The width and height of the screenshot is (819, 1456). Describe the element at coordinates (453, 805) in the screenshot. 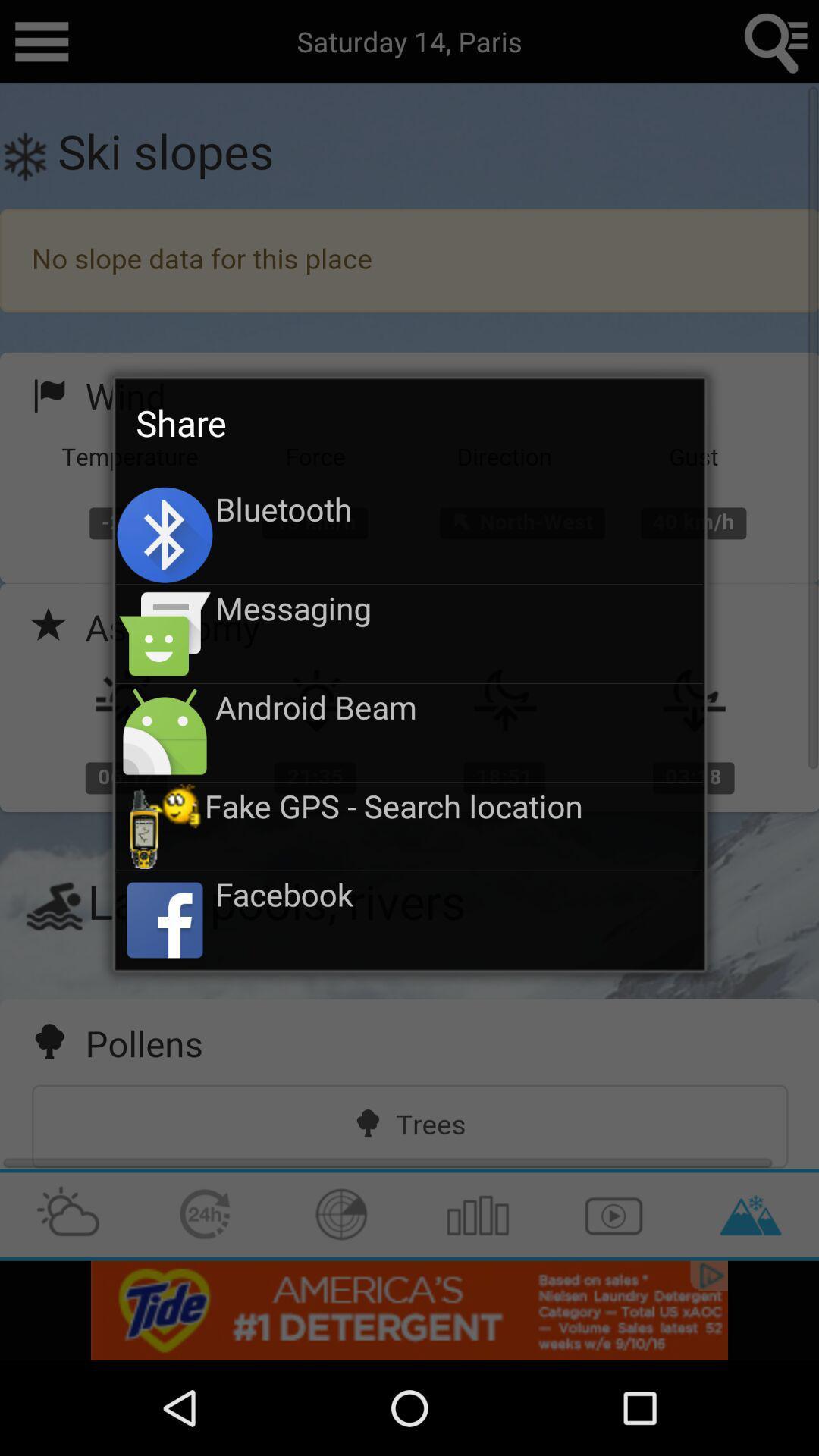

I see `fake gps search icon` at that location.